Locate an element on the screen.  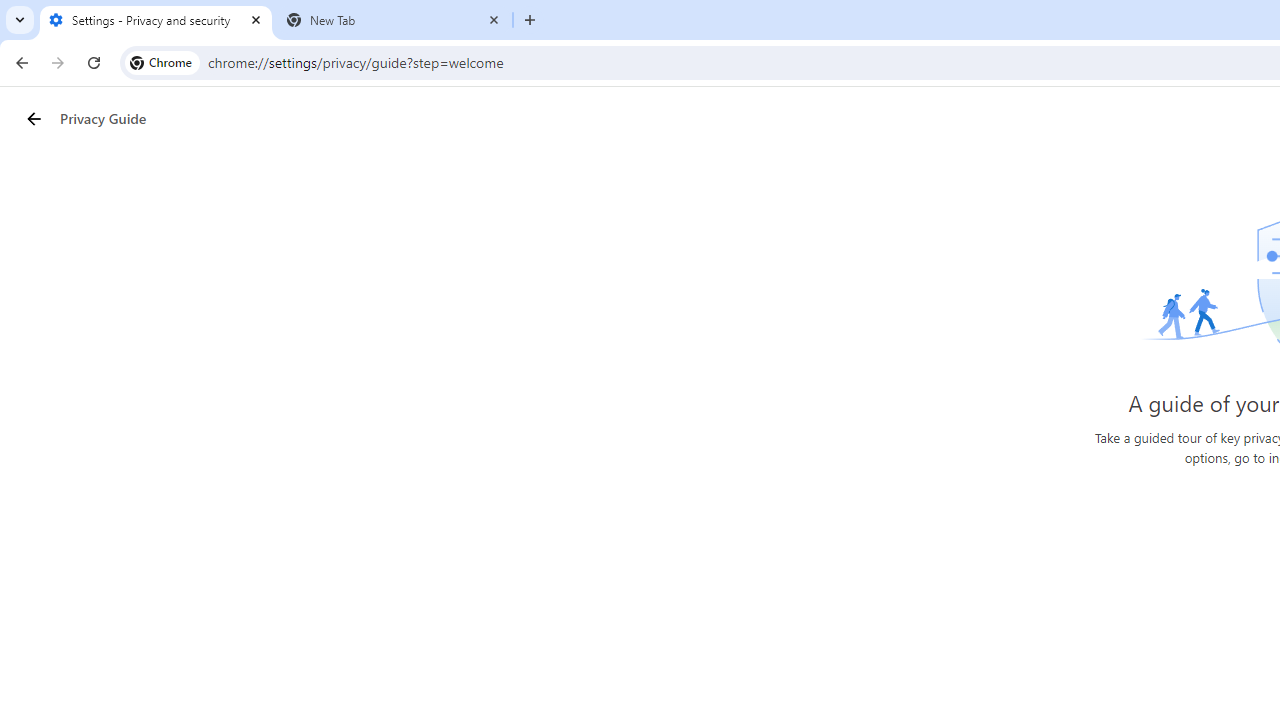
'New Tab' is located at coordinates (394, 20).